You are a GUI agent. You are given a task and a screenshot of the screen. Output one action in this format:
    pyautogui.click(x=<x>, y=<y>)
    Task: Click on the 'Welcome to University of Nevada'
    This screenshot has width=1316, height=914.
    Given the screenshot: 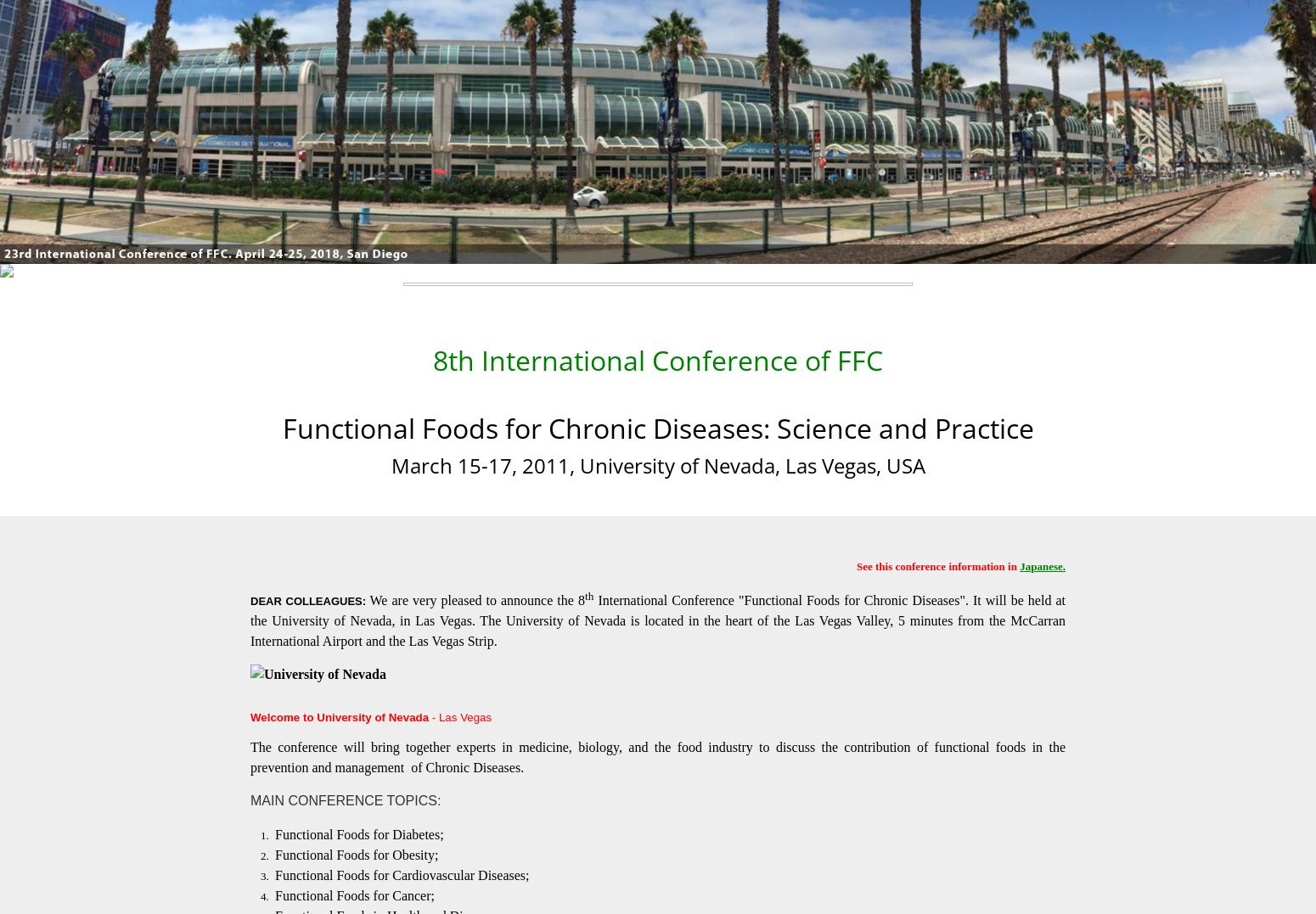 What is the action you would take?
    pyautogui.click(x=340, y=715)
    